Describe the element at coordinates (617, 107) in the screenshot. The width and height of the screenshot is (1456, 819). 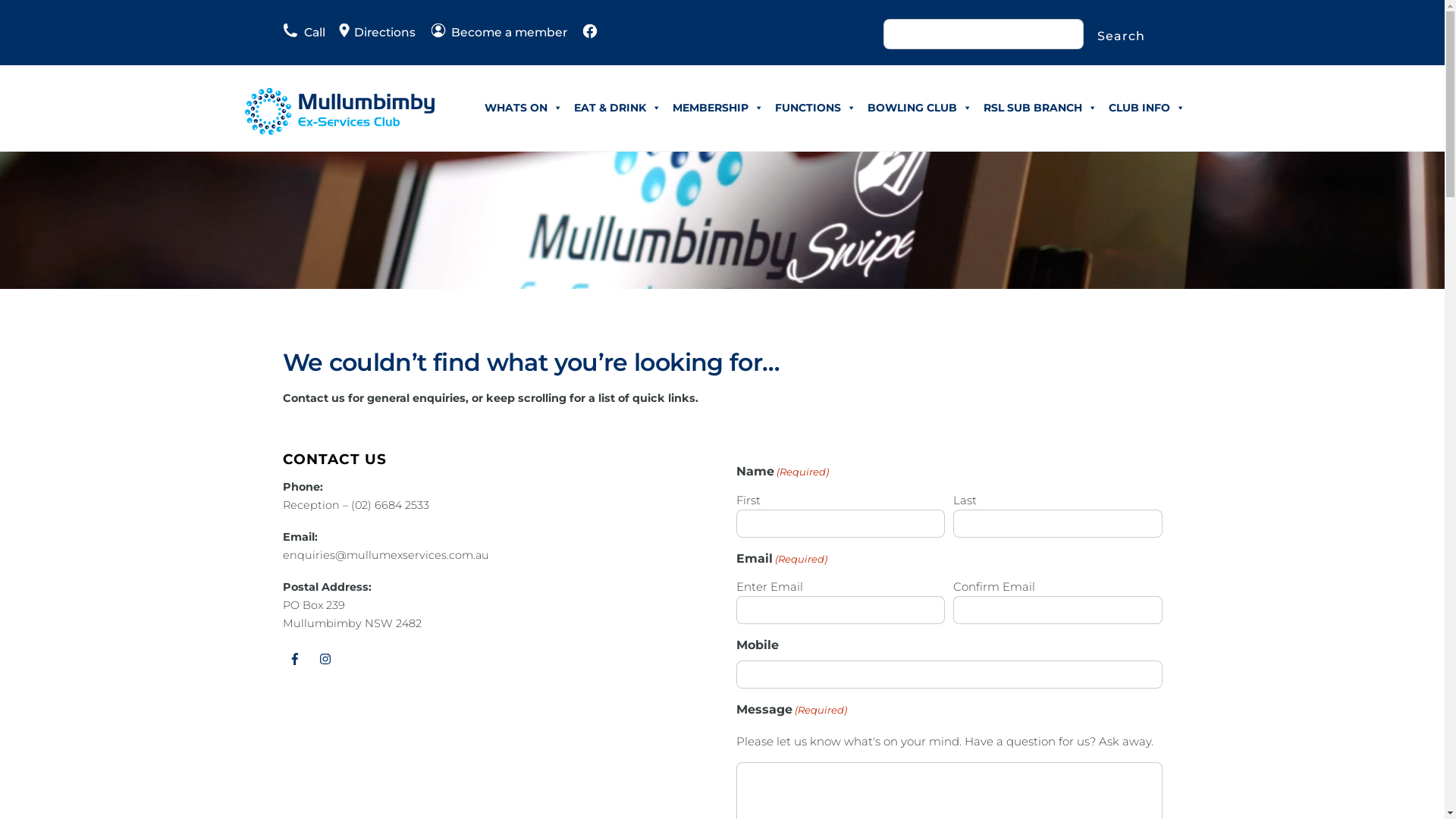
I see `'EAT & DRINK'` at that location.